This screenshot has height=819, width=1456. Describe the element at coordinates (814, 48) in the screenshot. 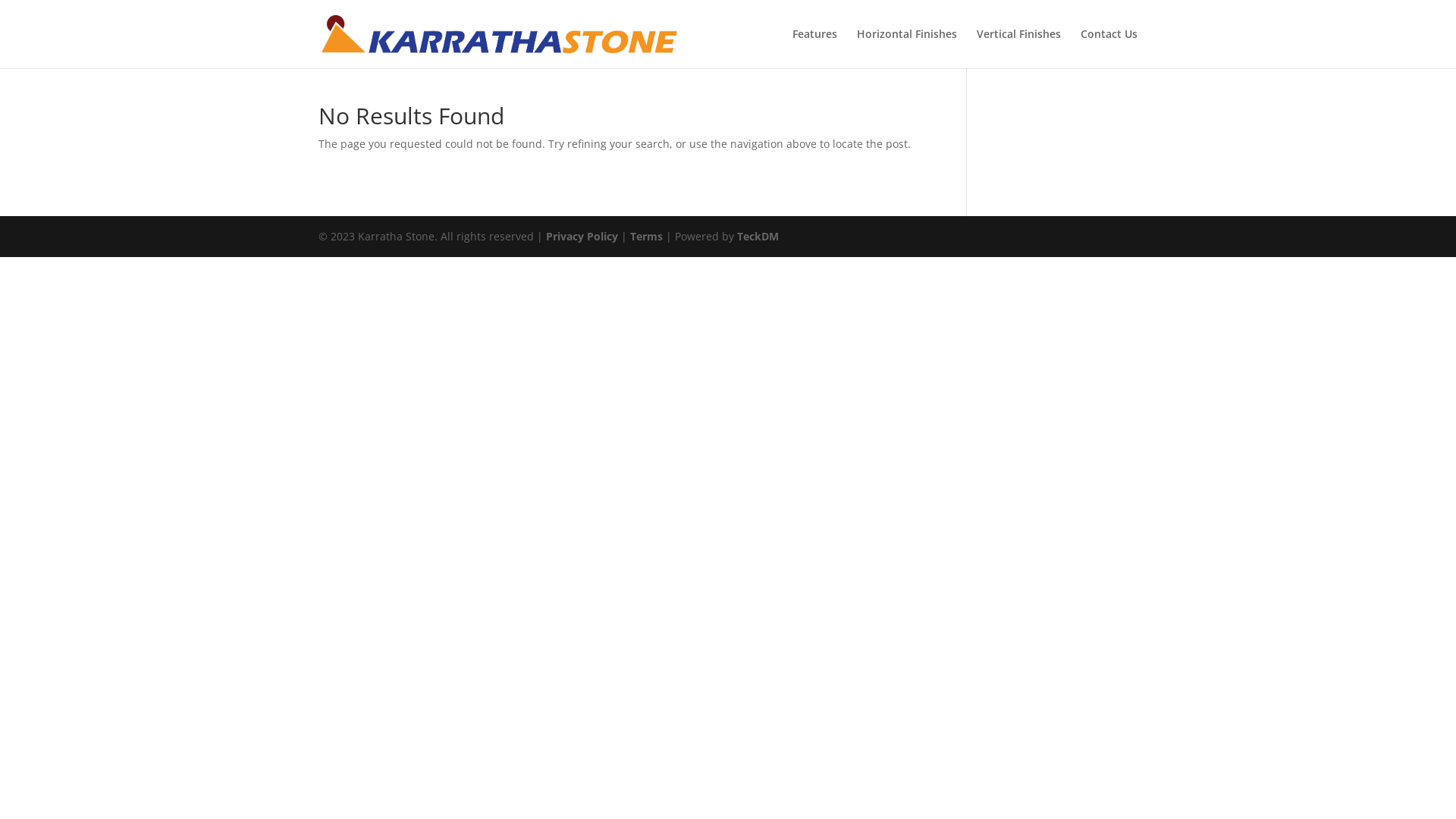

I see `'Features'` at that location.